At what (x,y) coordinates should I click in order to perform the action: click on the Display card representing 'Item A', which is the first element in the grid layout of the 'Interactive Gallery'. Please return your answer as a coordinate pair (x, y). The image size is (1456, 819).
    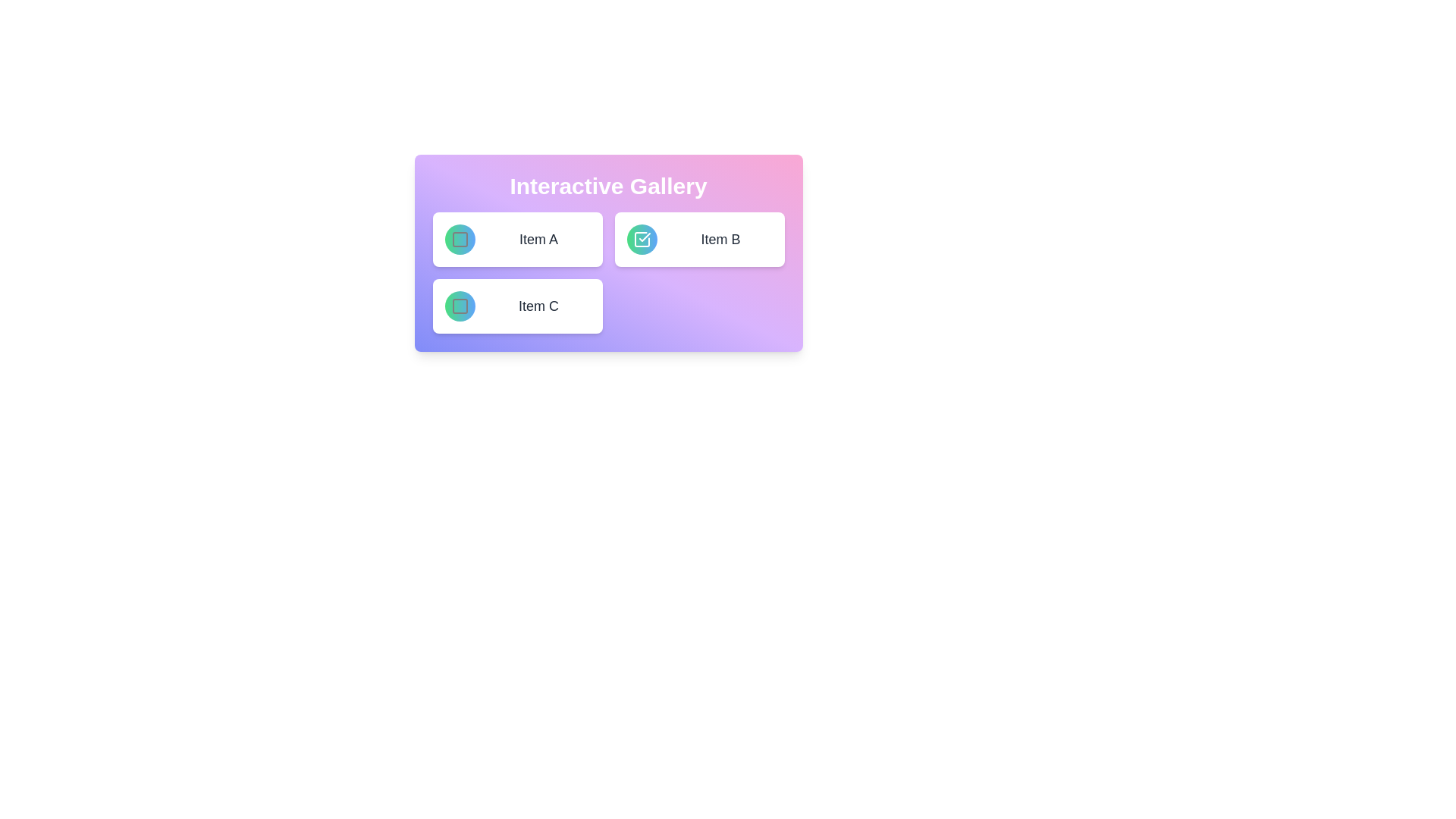
    Looking at the image, I should click on (517, 239).